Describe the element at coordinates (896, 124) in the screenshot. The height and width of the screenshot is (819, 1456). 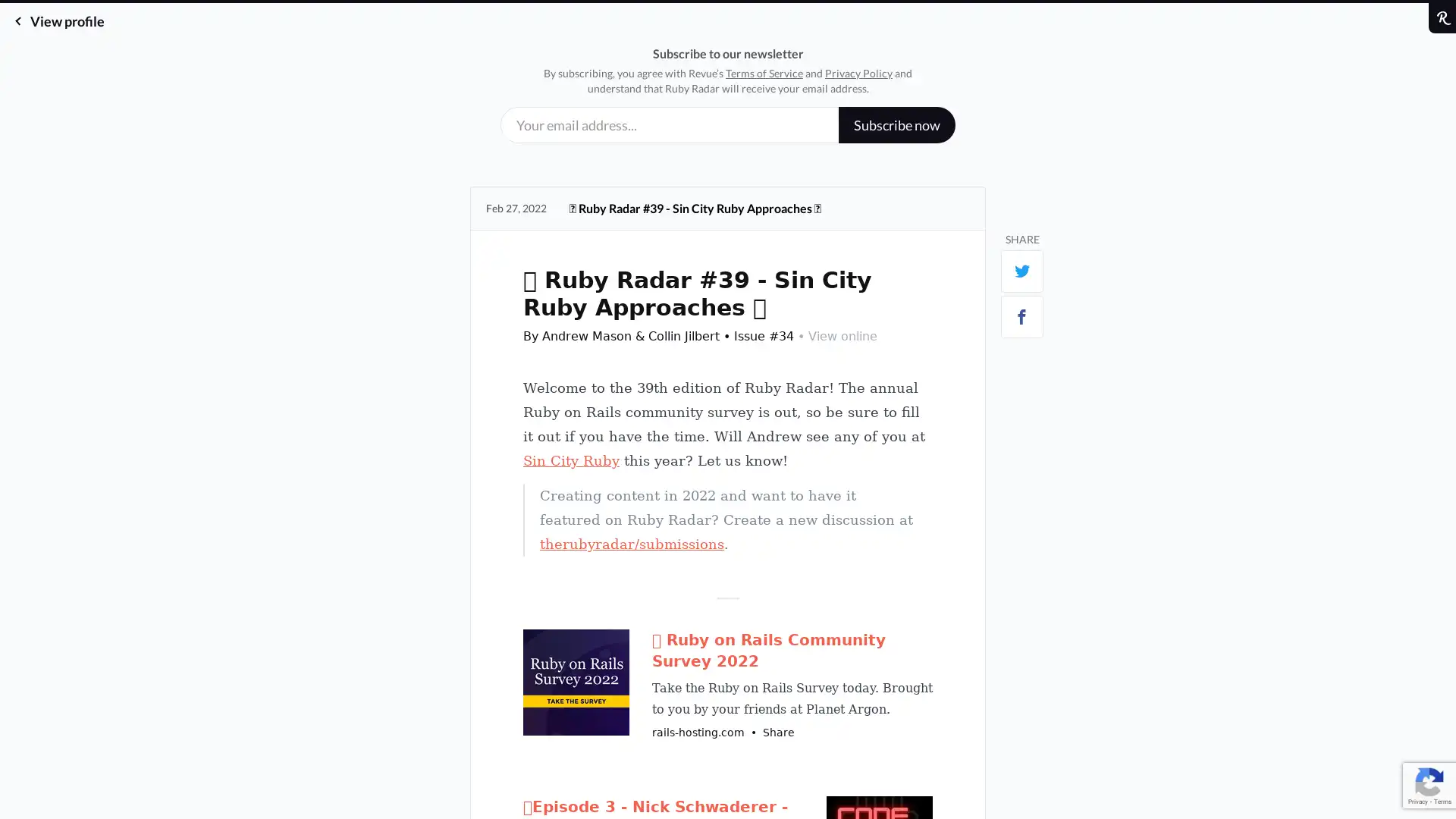
I see `Subscribe now` at that location.